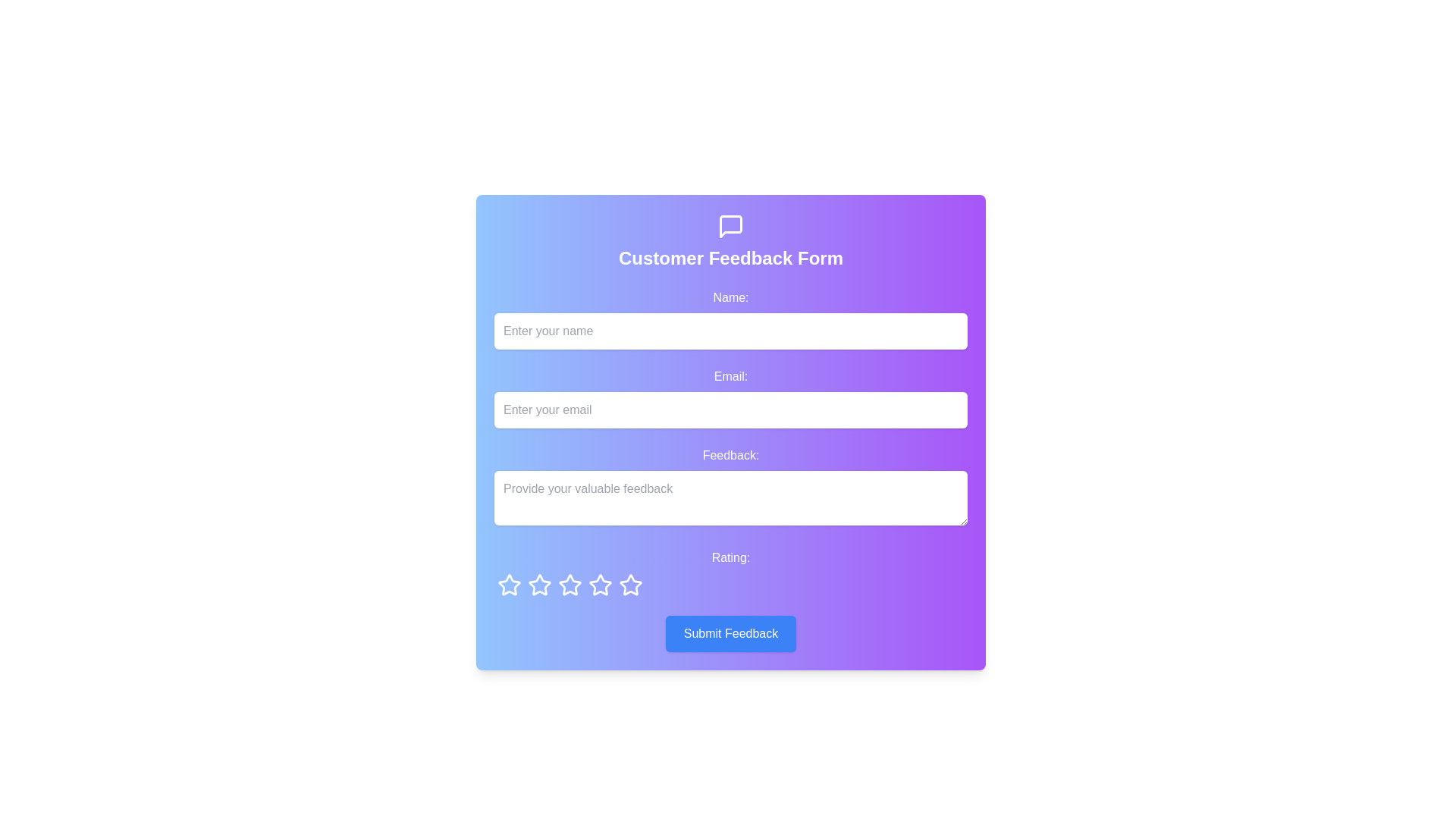  Describe the element at coordinates (630, 584) in the screenshot. I see `the fourth star in the rating system` at that location.